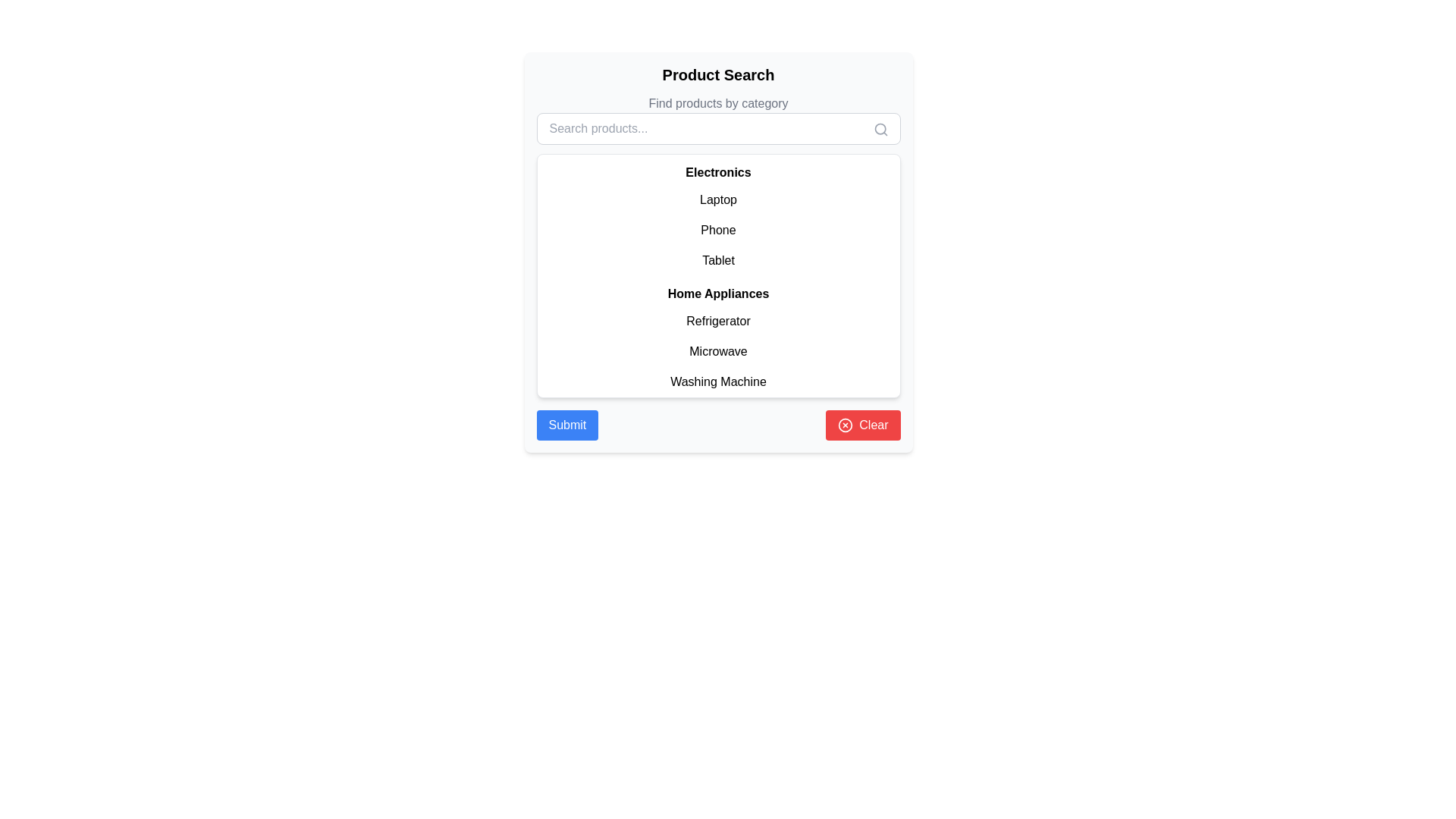  I want to click on the header text that introduces and categorizes the product searching functionality, located at the top-center part of the interface, so click(717, 75).